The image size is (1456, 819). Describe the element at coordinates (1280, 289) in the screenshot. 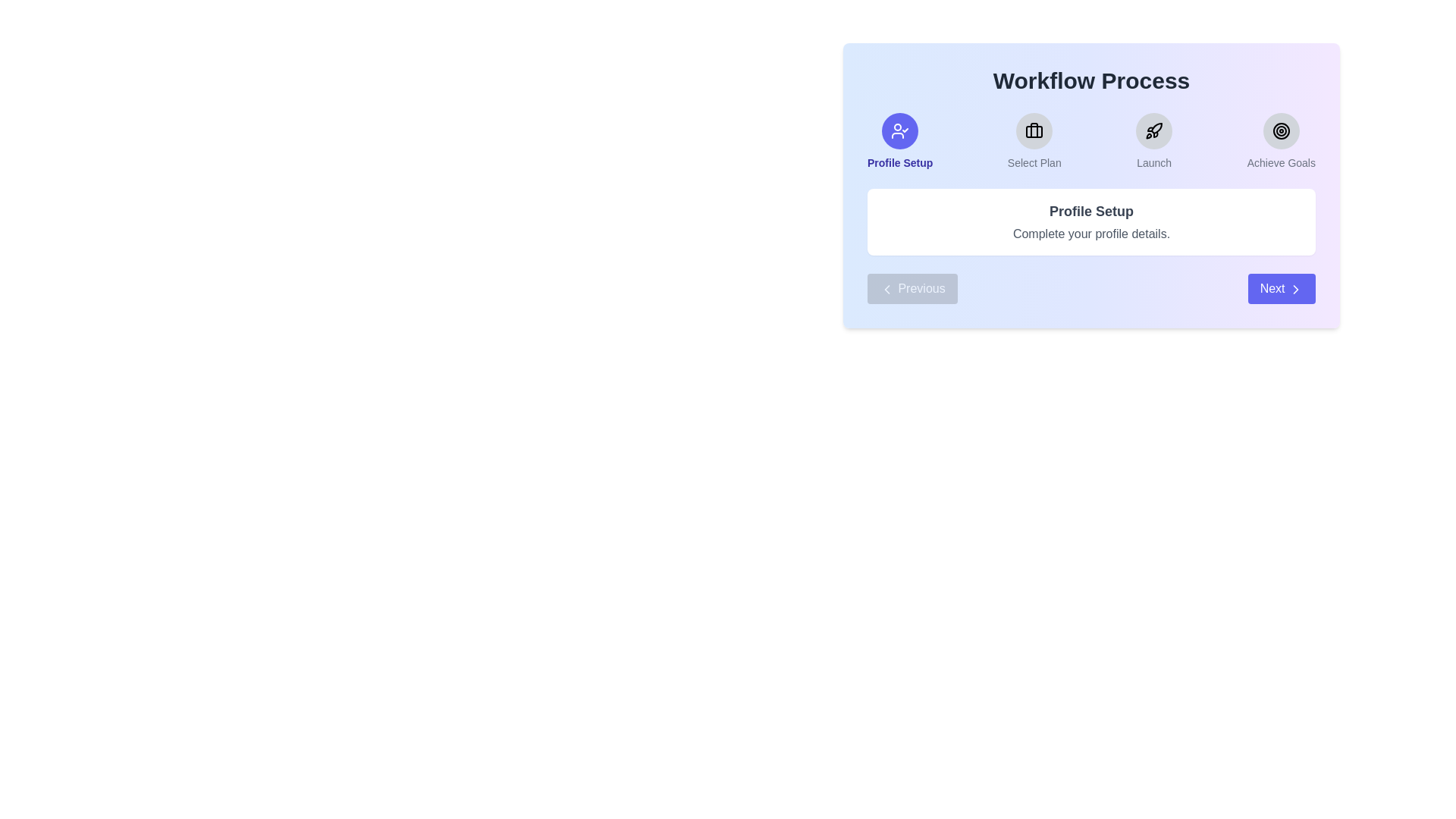

I see `the 'Next' button to navigate to the next step in the workflow` at that location.